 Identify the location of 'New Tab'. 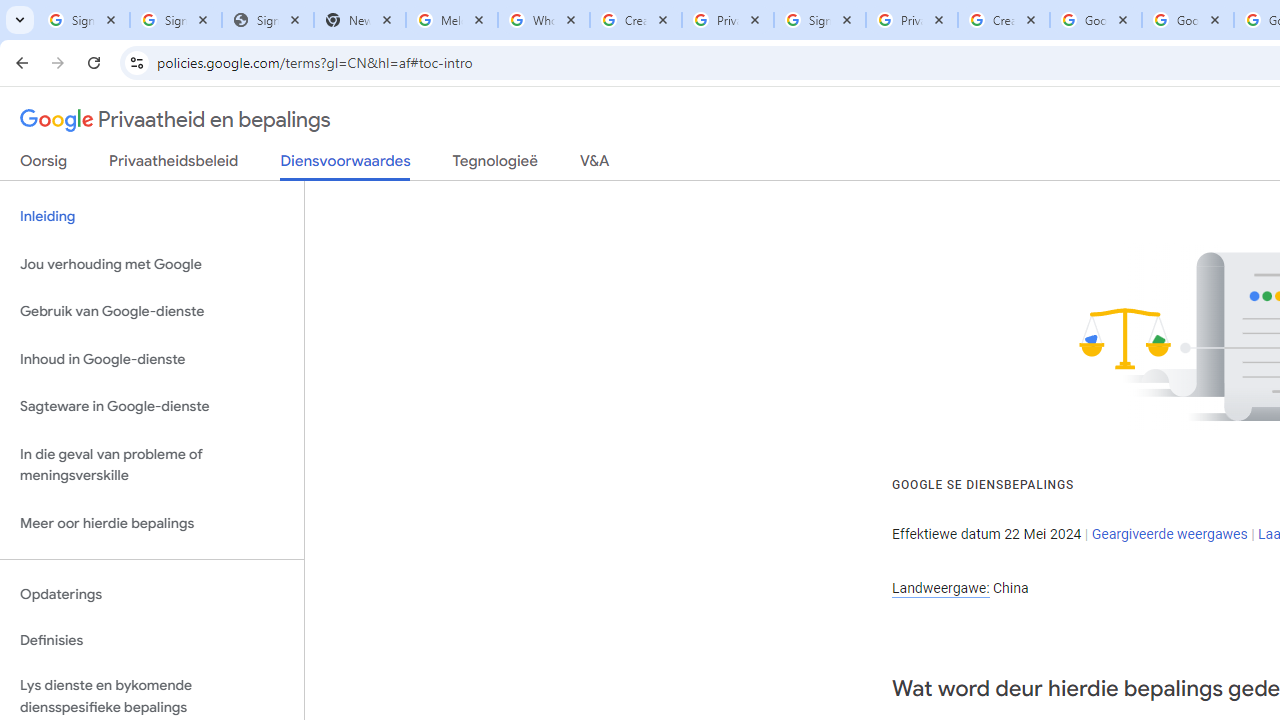
(359, 20).